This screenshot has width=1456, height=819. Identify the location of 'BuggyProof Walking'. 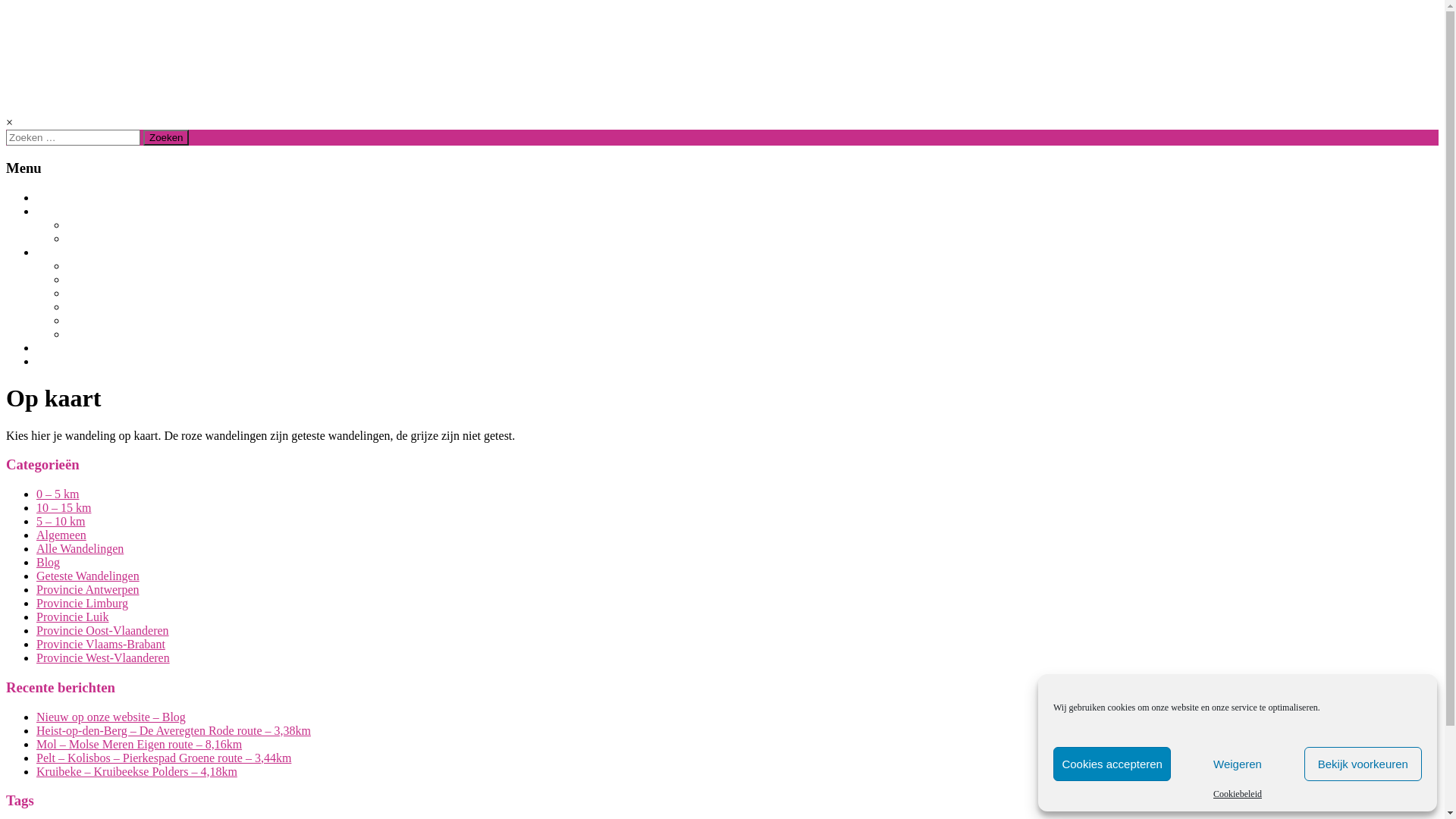
(170, 50).